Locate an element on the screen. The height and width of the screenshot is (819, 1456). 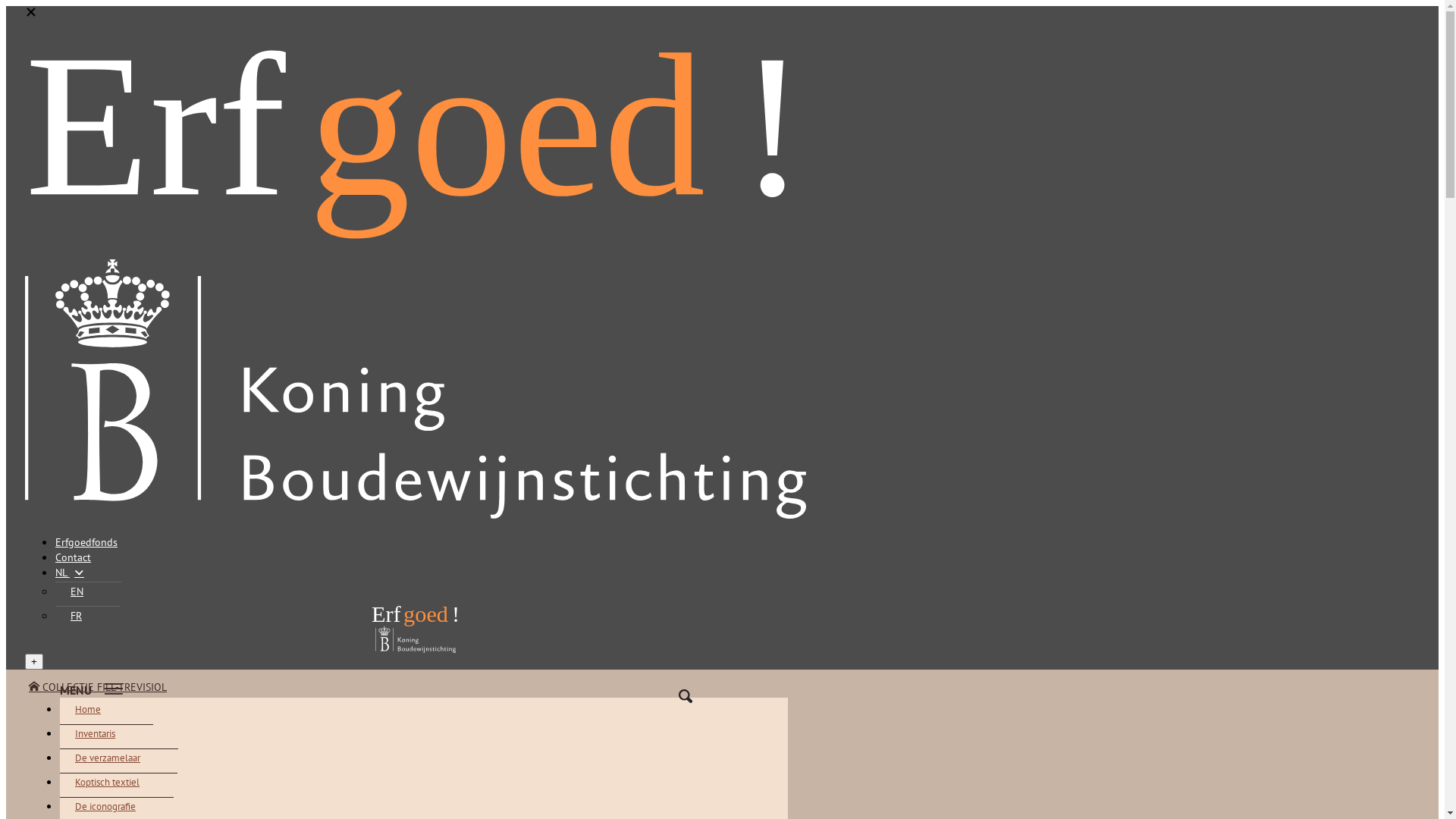
'Home' is located at coordinates (98, 709).